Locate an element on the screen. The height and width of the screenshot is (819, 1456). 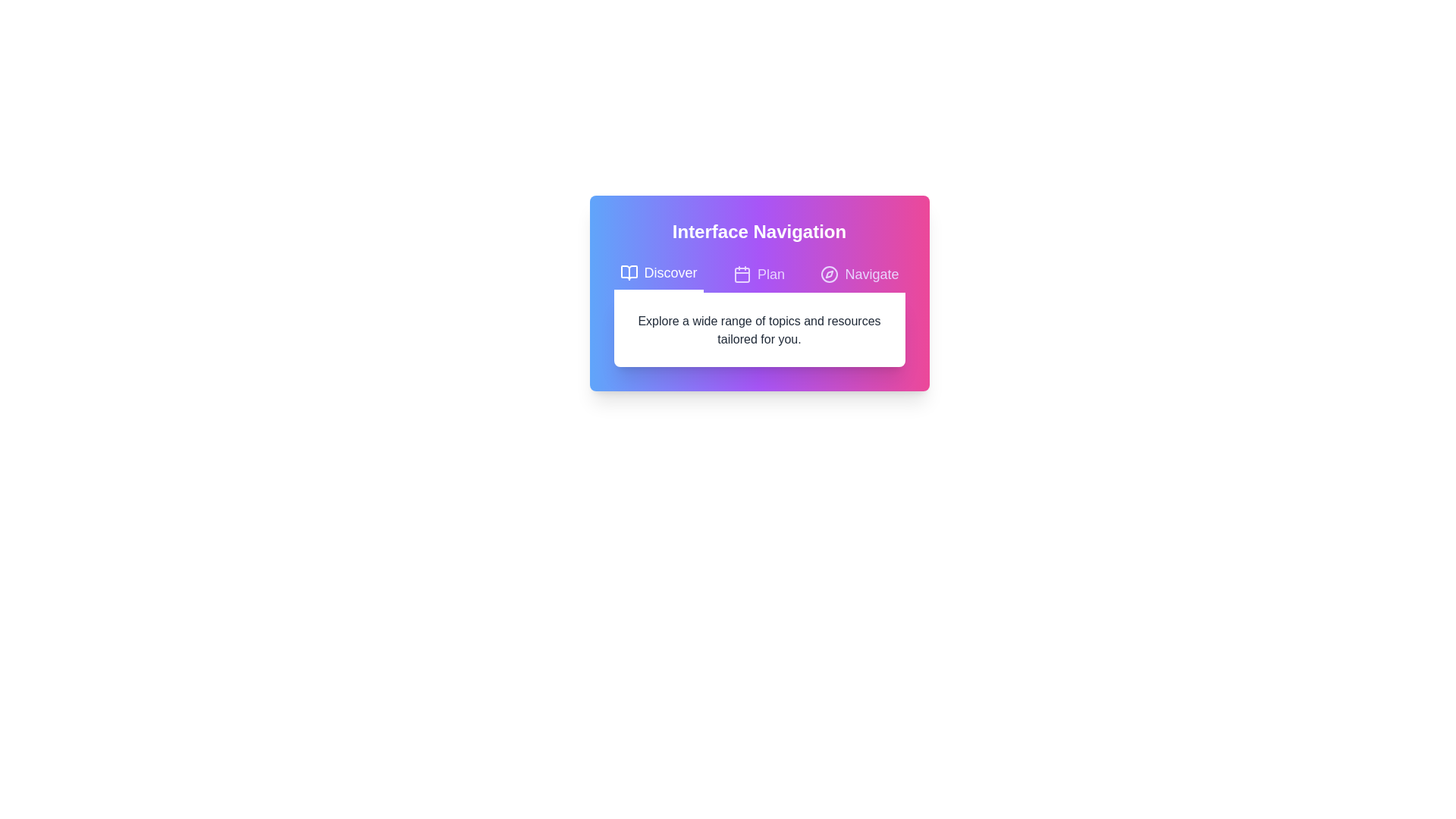
the 'Navigate' icon in the navigation bar is located at coordinates (829, 275).